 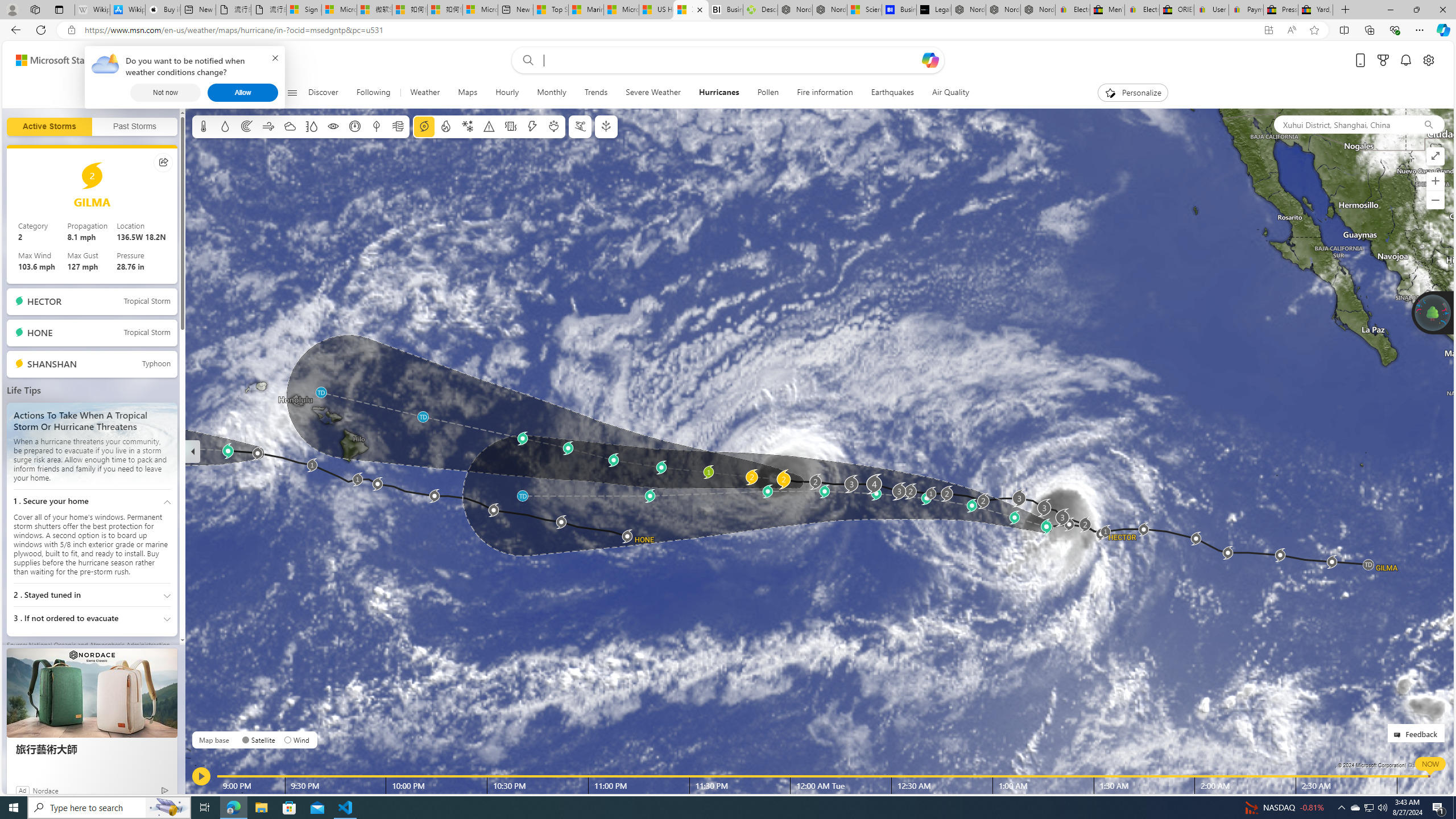 I want to click on 'Zoom in', so click(x=1435, y=180).